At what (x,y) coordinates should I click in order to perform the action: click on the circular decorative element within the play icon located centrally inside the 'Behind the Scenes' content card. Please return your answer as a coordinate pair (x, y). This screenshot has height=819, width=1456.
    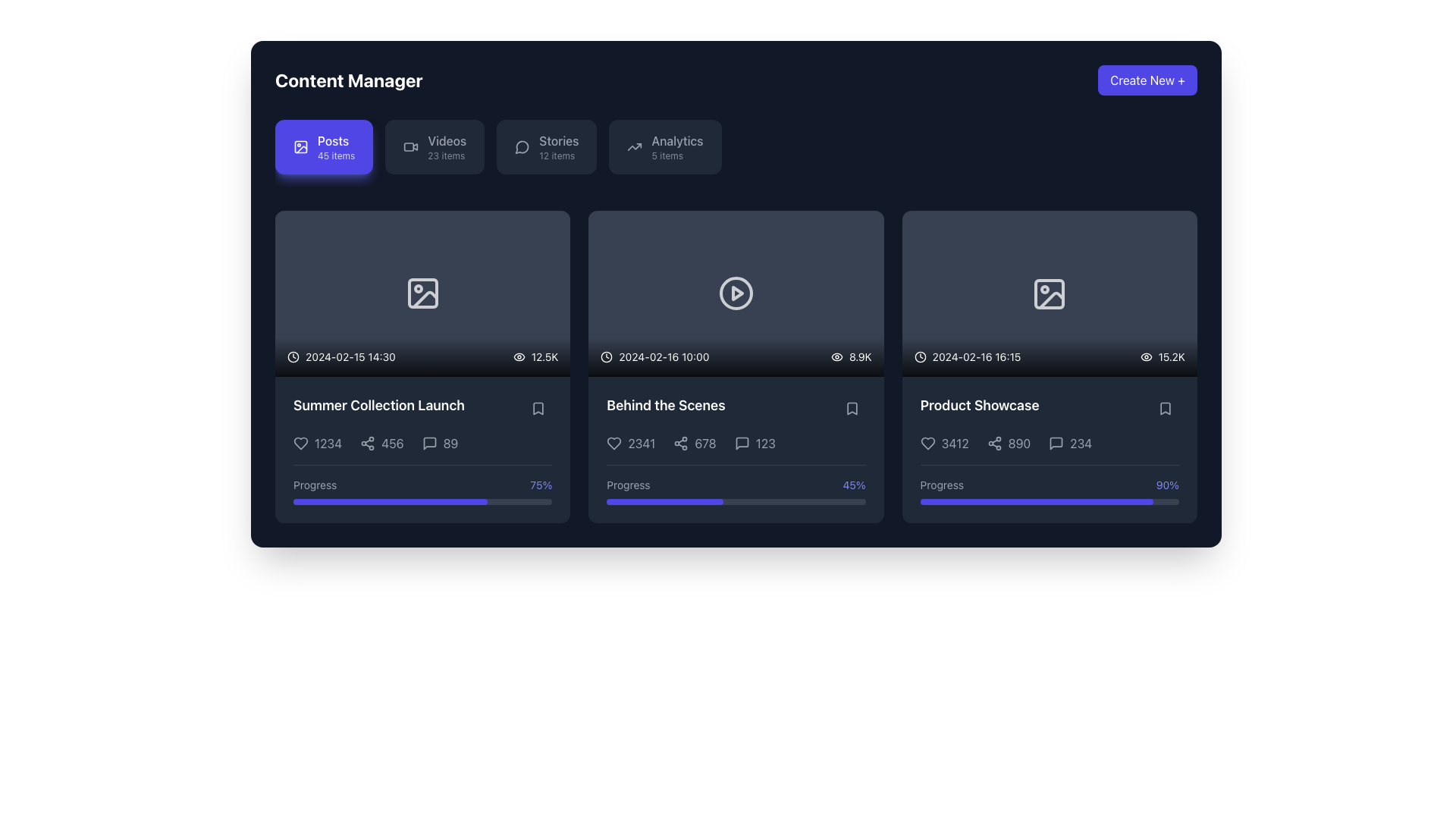
    Looking at the image, I should click on (736, 293).